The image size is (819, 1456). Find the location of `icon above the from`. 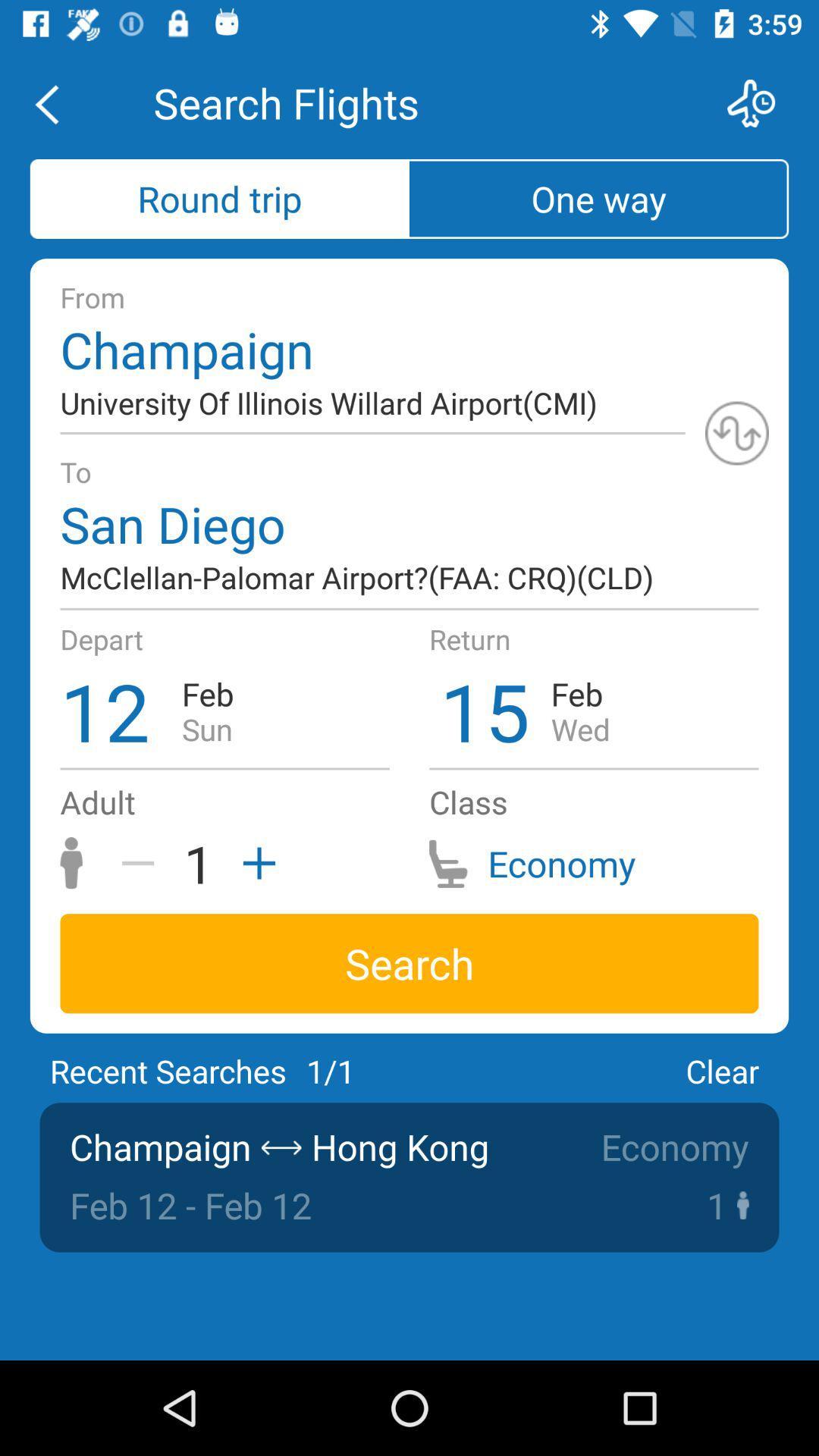

icon above the from is located at coordinates (598, 198).